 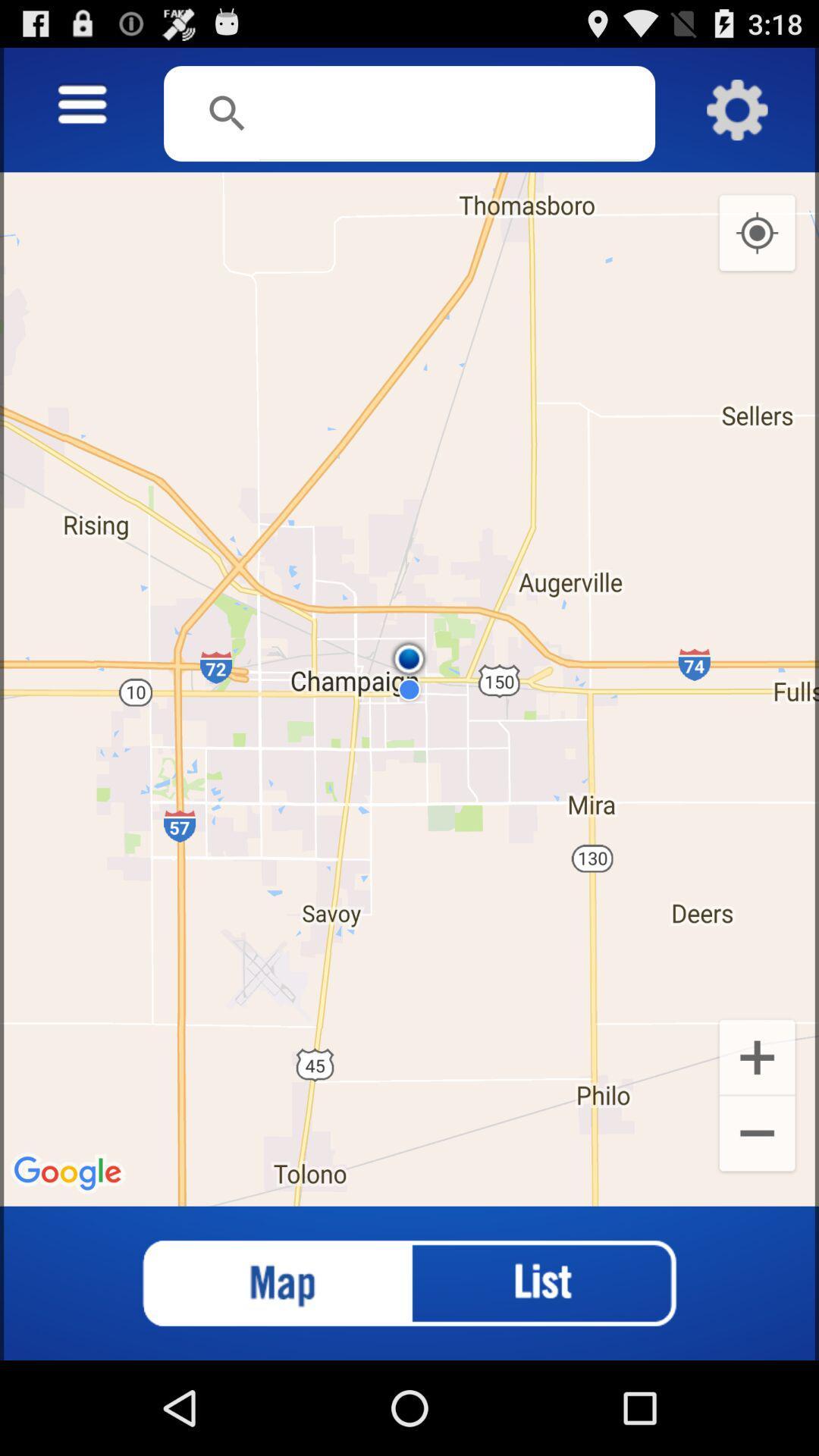 I want to click on the add icon, so click(x=757, y=1130).